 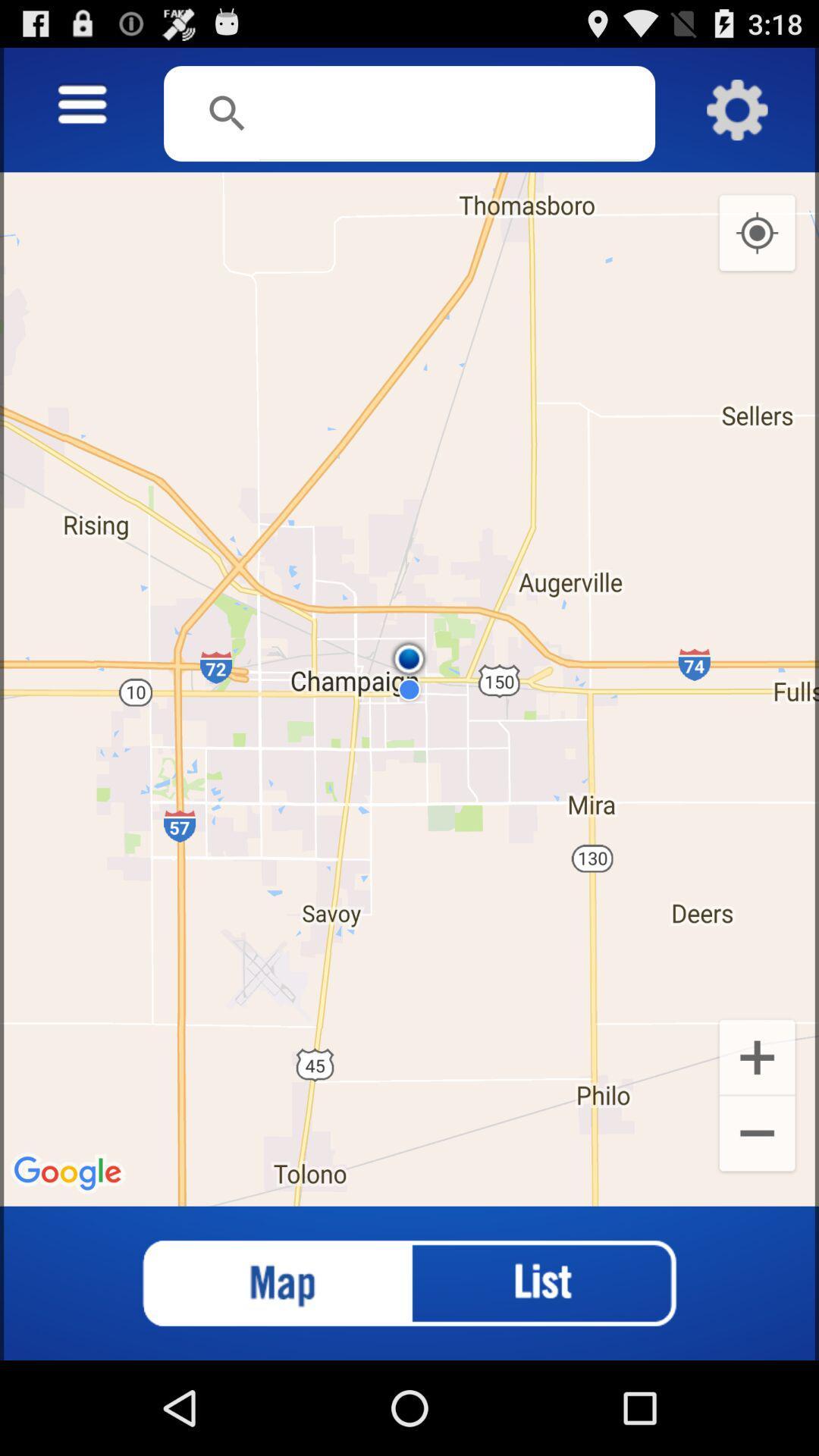 I want to click on the add icon, so click(x=757, y=1130).